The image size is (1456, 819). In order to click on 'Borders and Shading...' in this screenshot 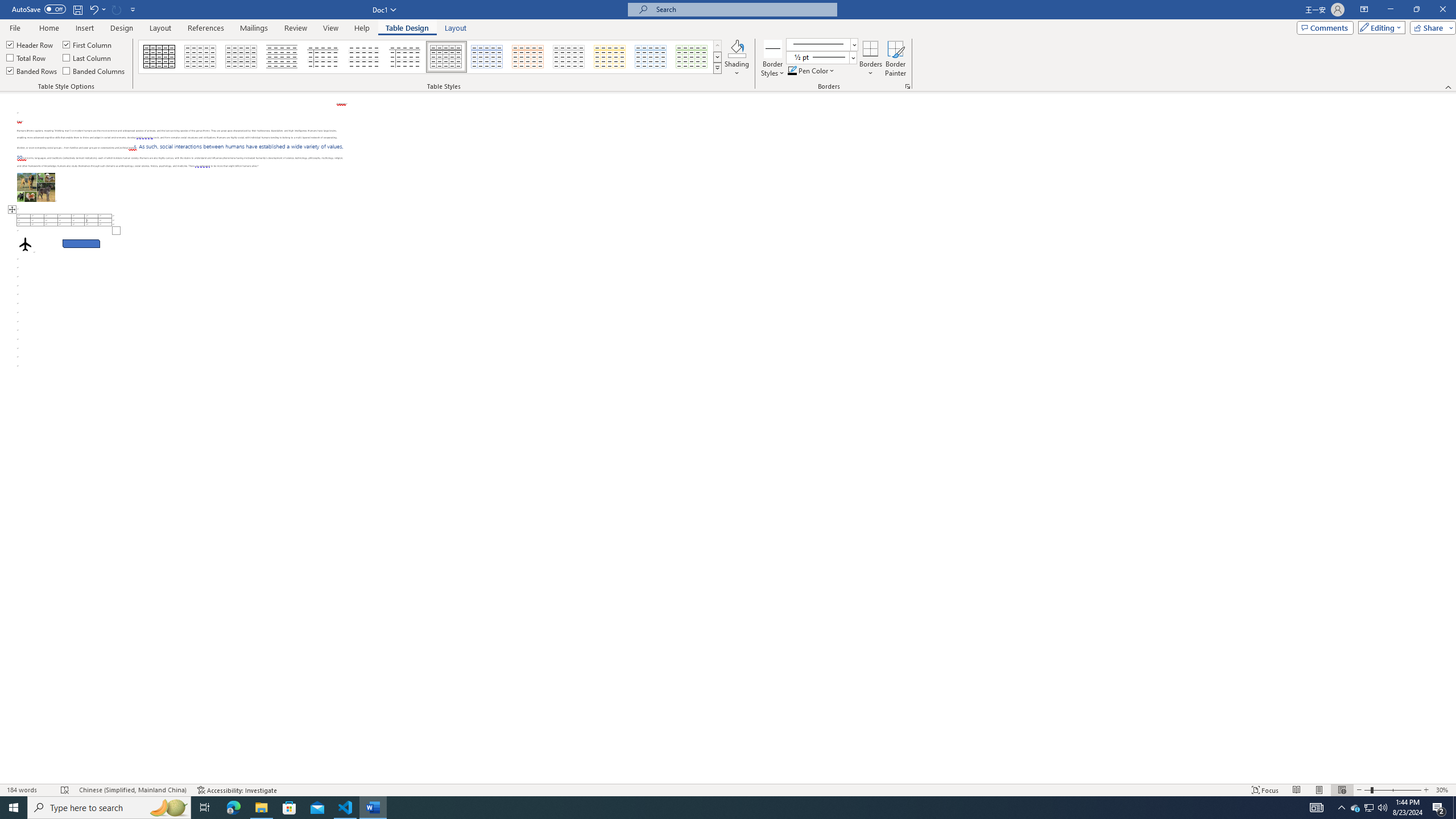, I will do `click(907, 85)`.